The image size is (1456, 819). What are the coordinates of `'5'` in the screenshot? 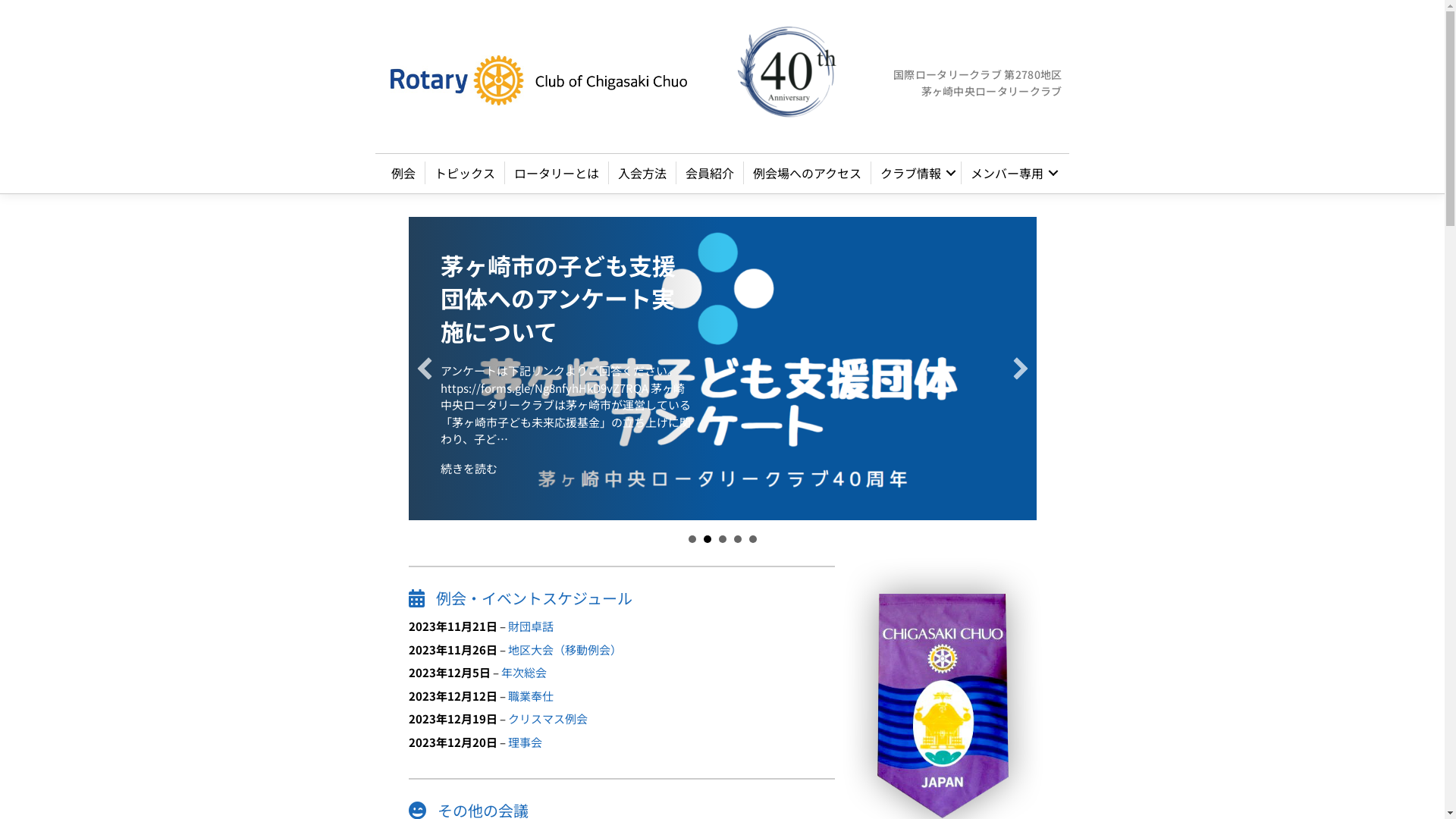 It's located at (749, 538).